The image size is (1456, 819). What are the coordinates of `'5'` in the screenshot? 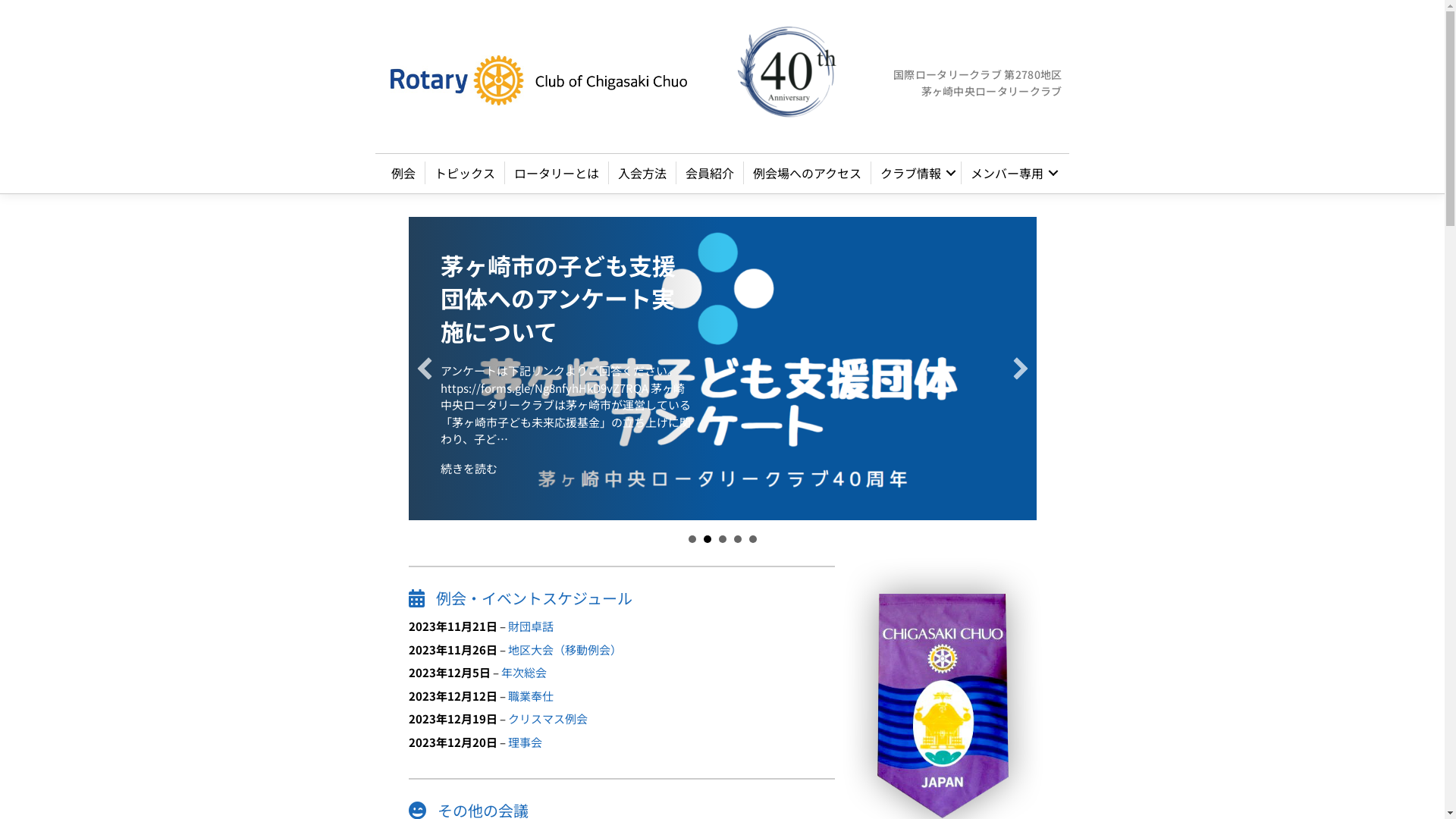 It's located at (749, 538).